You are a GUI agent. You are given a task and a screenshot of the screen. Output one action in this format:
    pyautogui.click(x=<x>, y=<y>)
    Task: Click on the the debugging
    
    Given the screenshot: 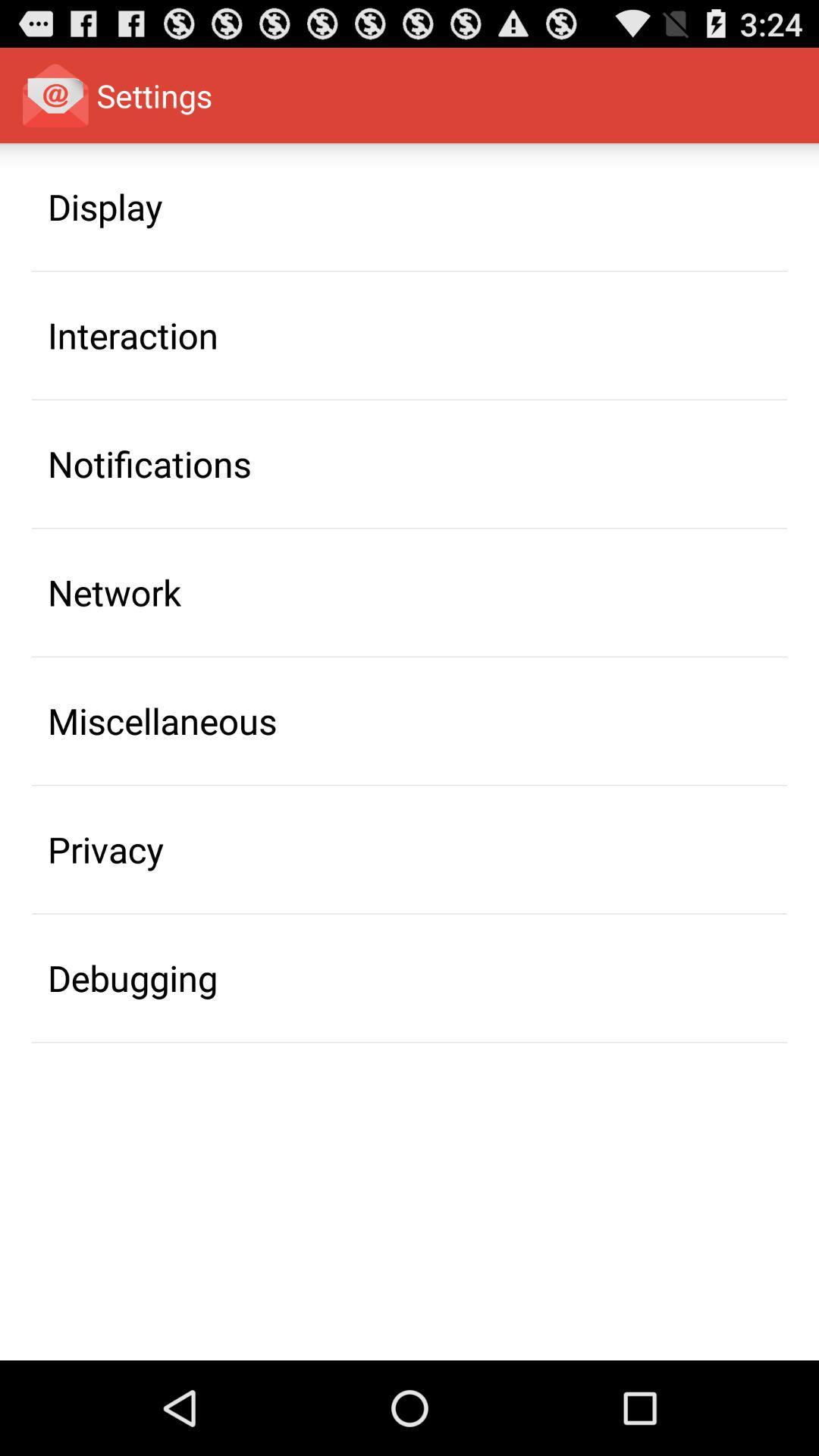 What is the action you would take?
    pyautogui.click(x=132, y=977)
    